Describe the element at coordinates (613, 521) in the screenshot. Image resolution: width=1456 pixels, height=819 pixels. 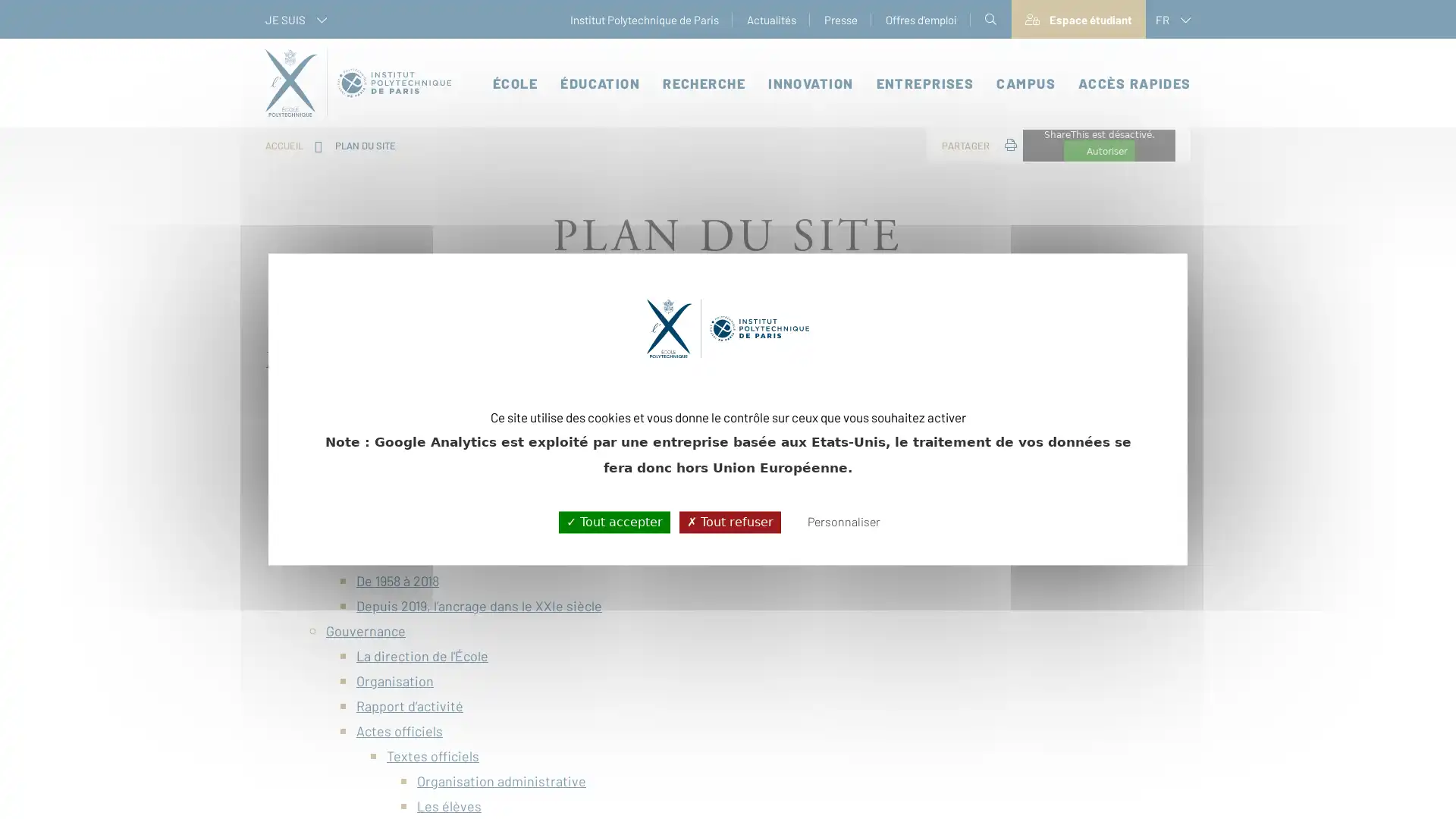
I see `Tout accepter` at that location.